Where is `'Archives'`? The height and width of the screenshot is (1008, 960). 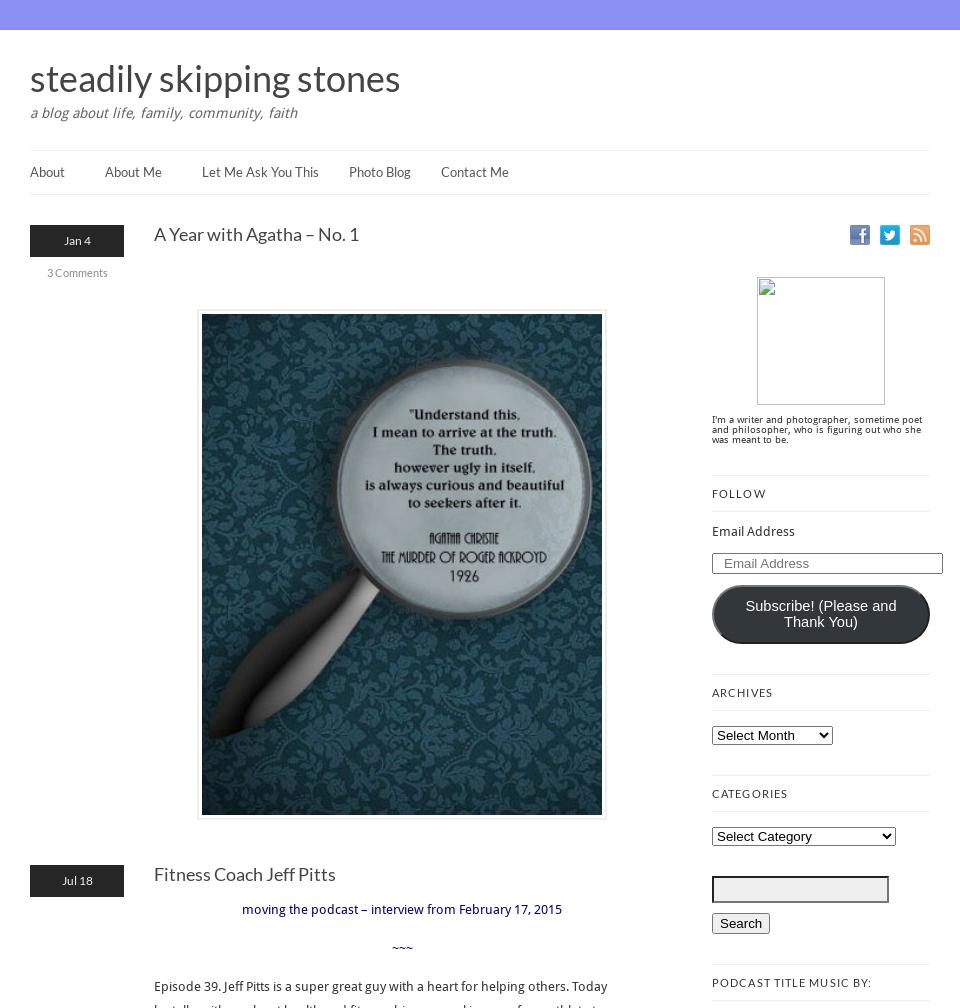 'Archives' is located at coordinates (740, 692).